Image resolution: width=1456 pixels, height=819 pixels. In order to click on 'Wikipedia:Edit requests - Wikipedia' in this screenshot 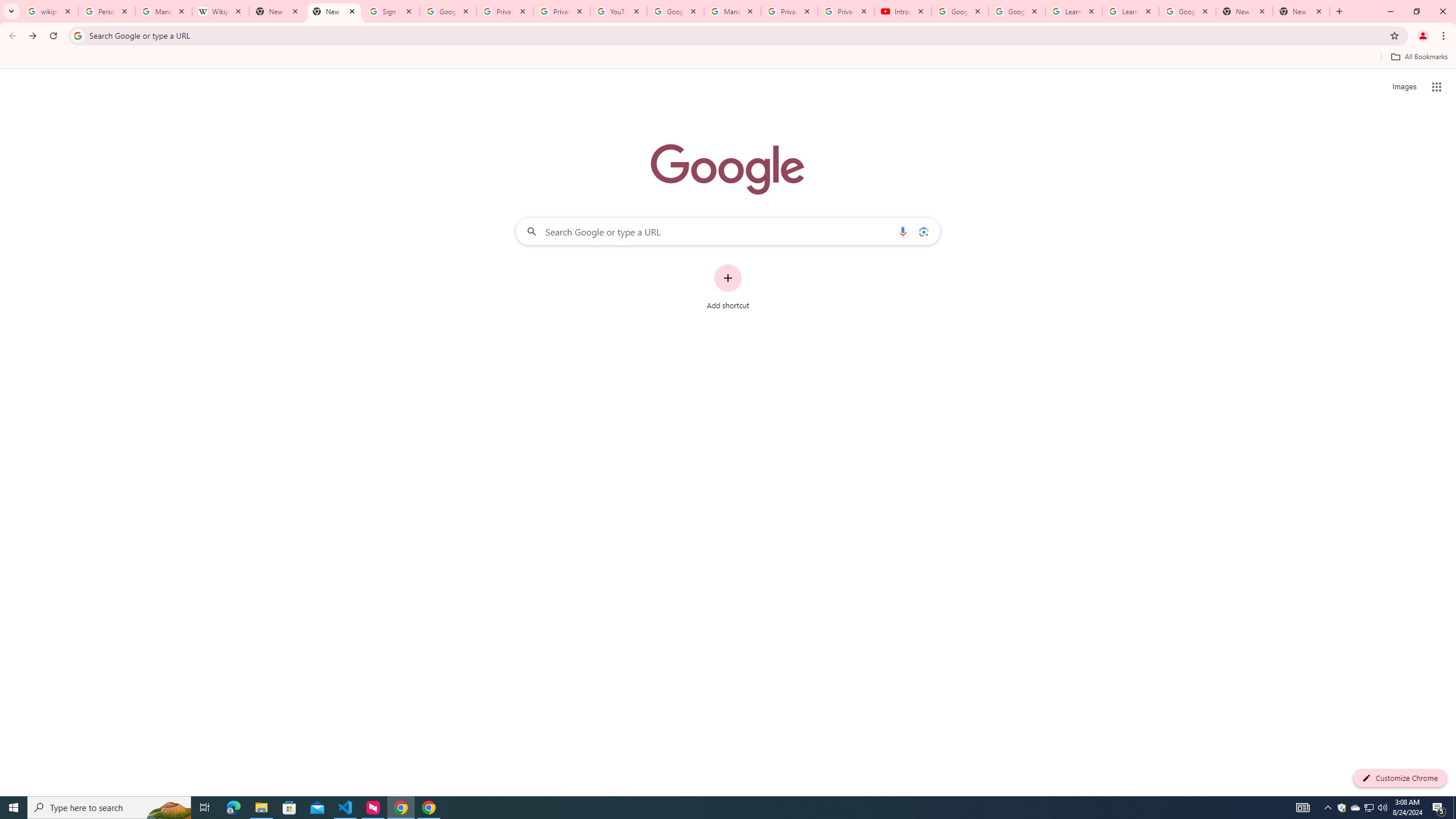, I will do `click(221, 11)`.